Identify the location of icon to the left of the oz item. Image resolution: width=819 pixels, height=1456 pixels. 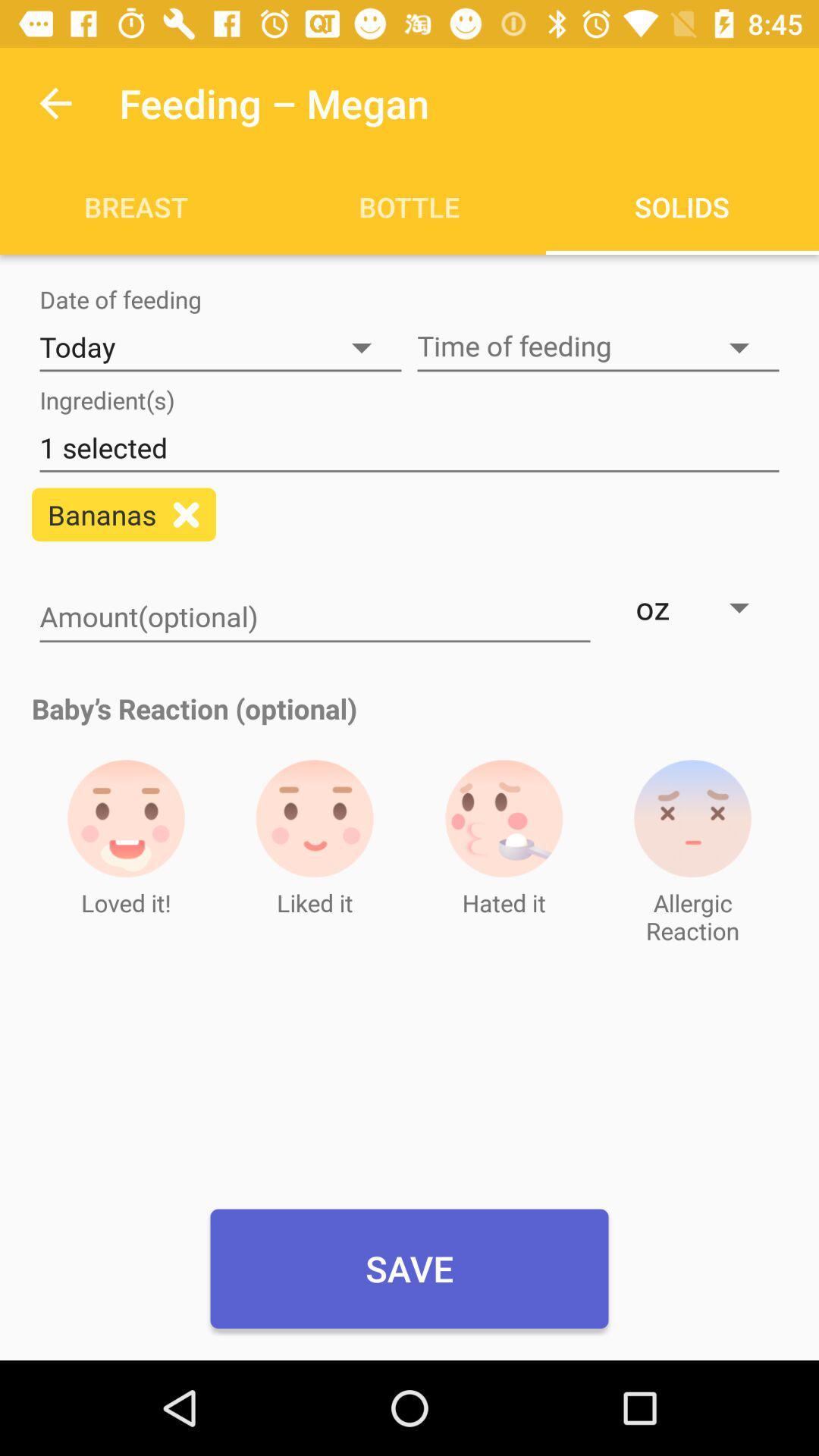
(314, 618).